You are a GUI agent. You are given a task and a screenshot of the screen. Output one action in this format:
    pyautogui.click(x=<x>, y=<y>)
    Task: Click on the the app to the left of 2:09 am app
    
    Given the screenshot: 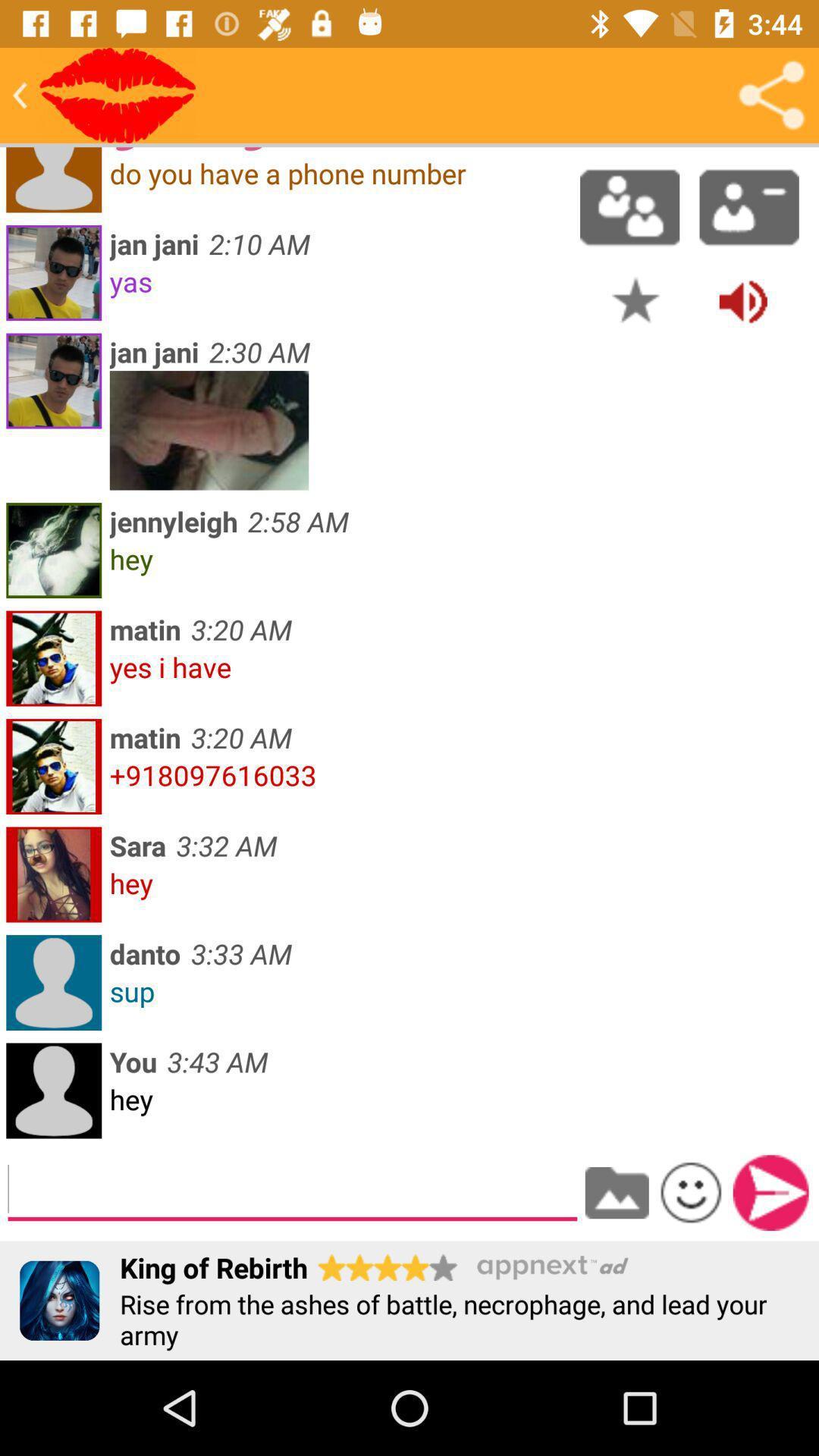 What is the action you would take?
    pyautogui.click(x=117, y=94)
    